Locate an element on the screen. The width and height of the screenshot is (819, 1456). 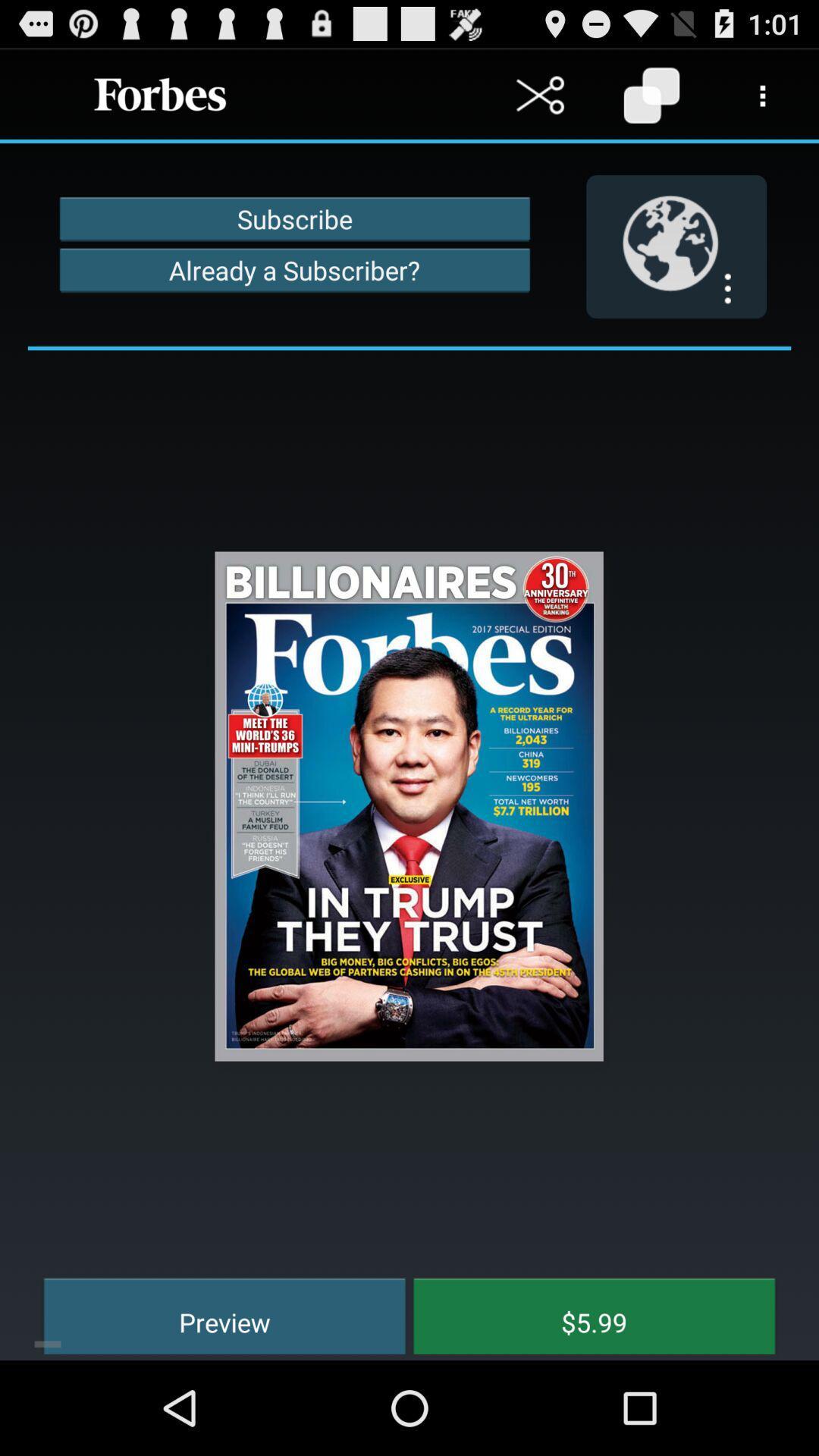
copy content is located at coordinates (651, 94).